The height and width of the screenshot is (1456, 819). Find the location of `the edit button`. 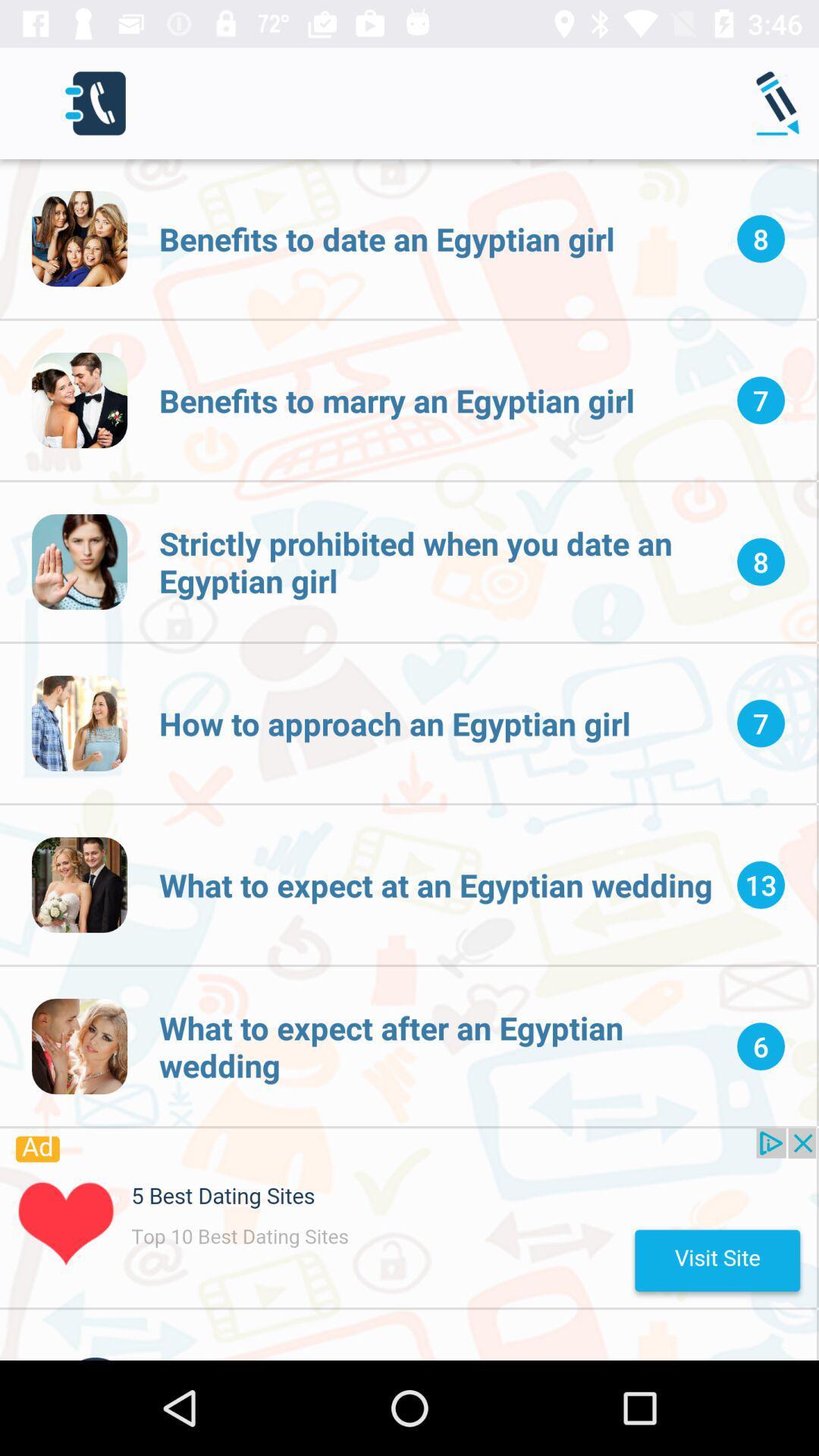

the edit button is located at coordinates (781, 103).